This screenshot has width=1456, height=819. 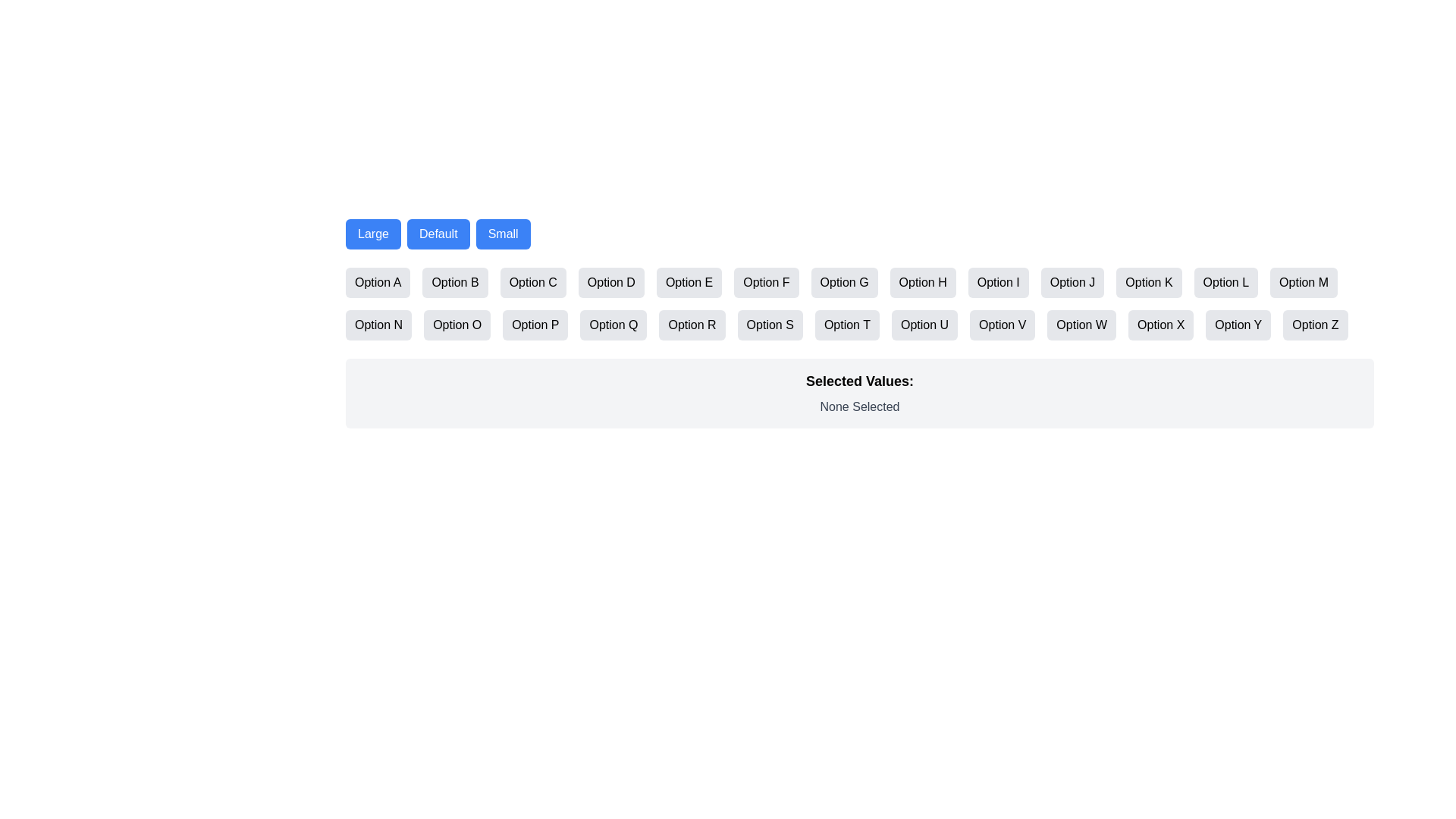 I want to click on the thirteenth selectable option in the flexbox grid, which is positioned immediately to the right of 'Option L', so click(x=1303, y=283).